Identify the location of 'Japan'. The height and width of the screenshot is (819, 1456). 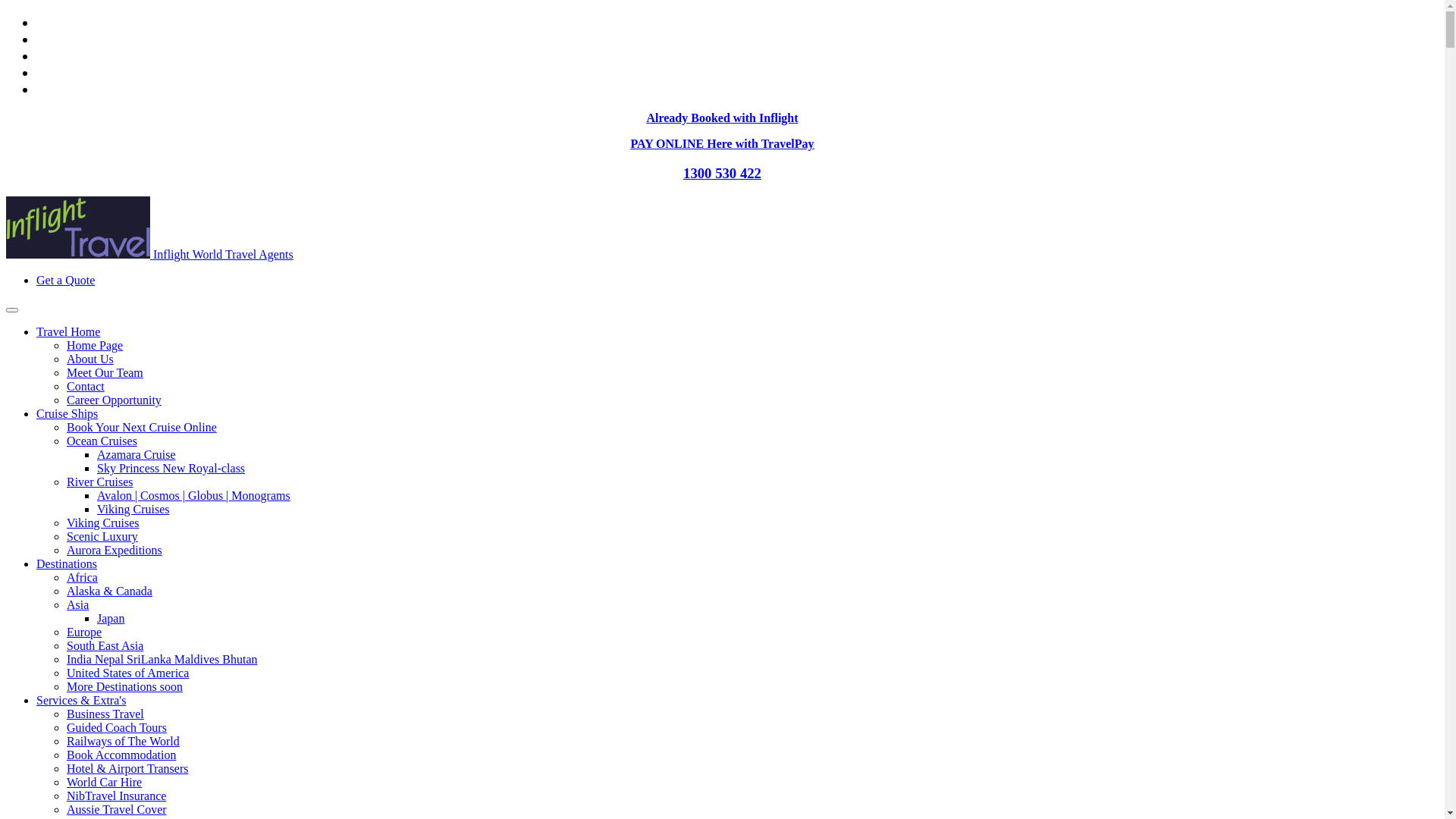
(109, 618).